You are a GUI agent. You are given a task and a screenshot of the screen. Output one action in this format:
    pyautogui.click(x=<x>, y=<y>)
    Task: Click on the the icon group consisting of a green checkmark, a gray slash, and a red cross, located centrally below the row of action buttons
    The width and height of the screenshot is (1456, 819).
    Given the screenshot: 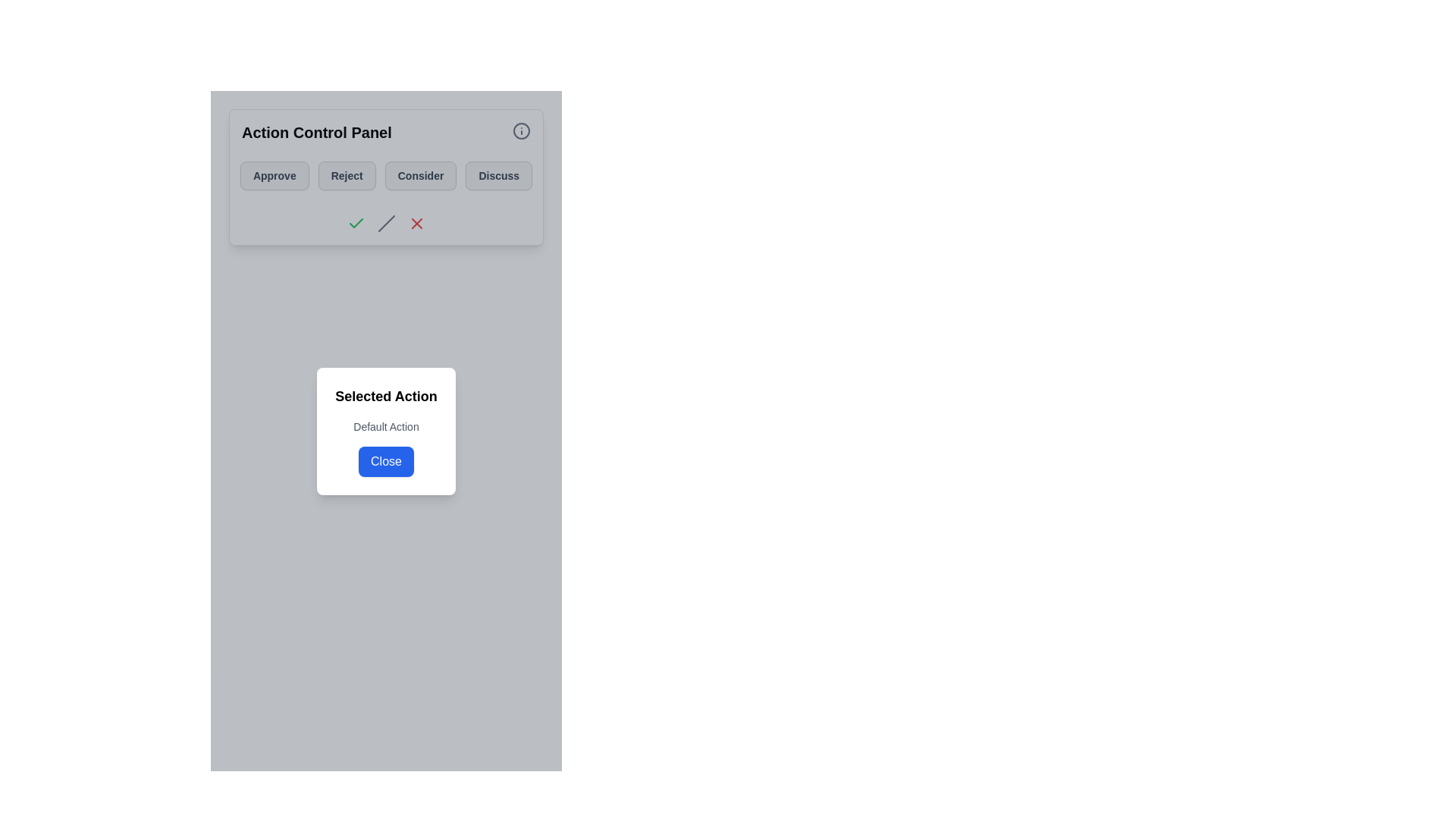 What is the action you would take?
    pyautogui.click(x=386, y=223)
    